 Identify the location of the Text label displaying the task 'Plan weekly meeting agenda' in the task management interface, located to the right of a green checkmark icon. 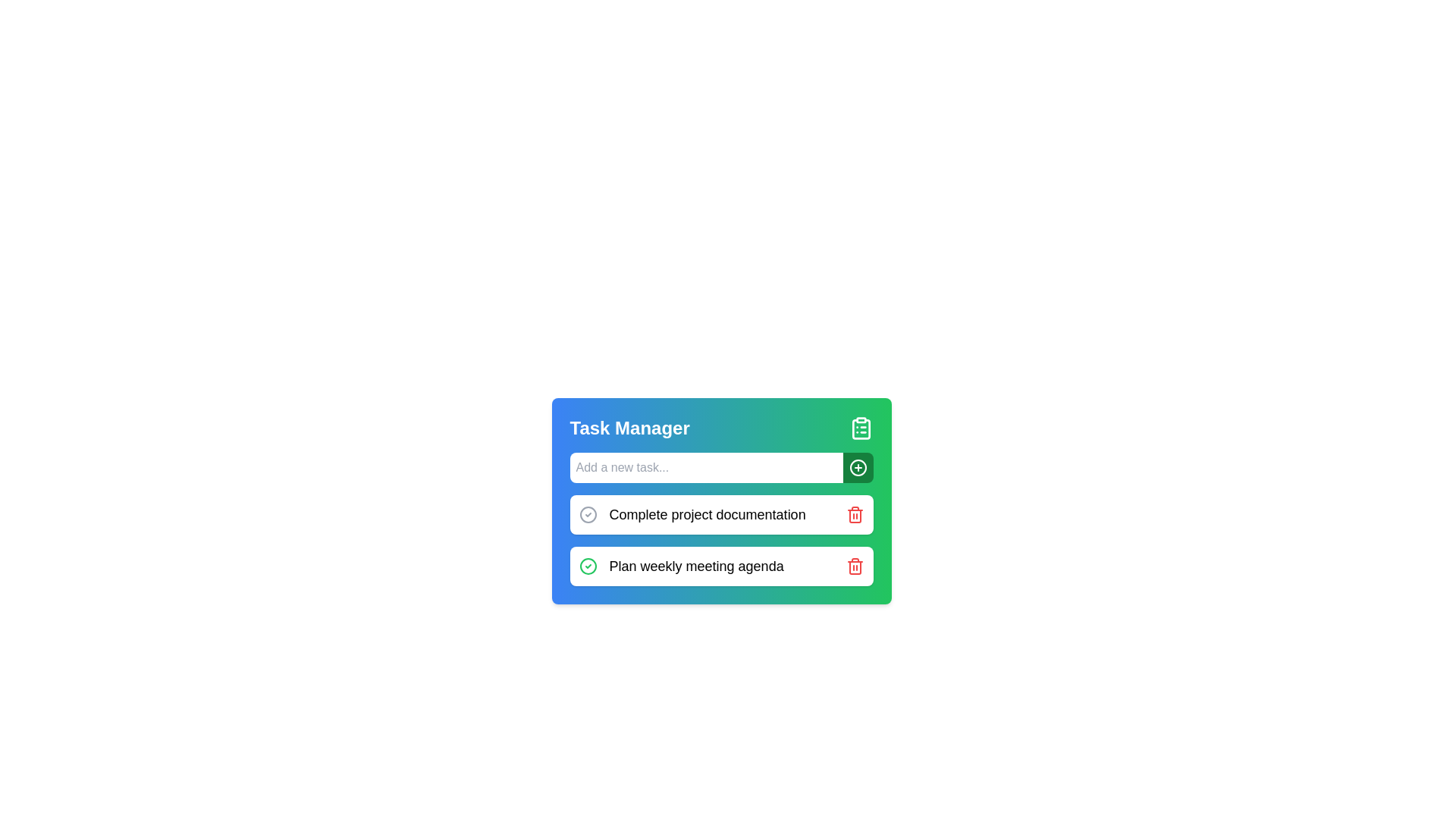
(695, 566).